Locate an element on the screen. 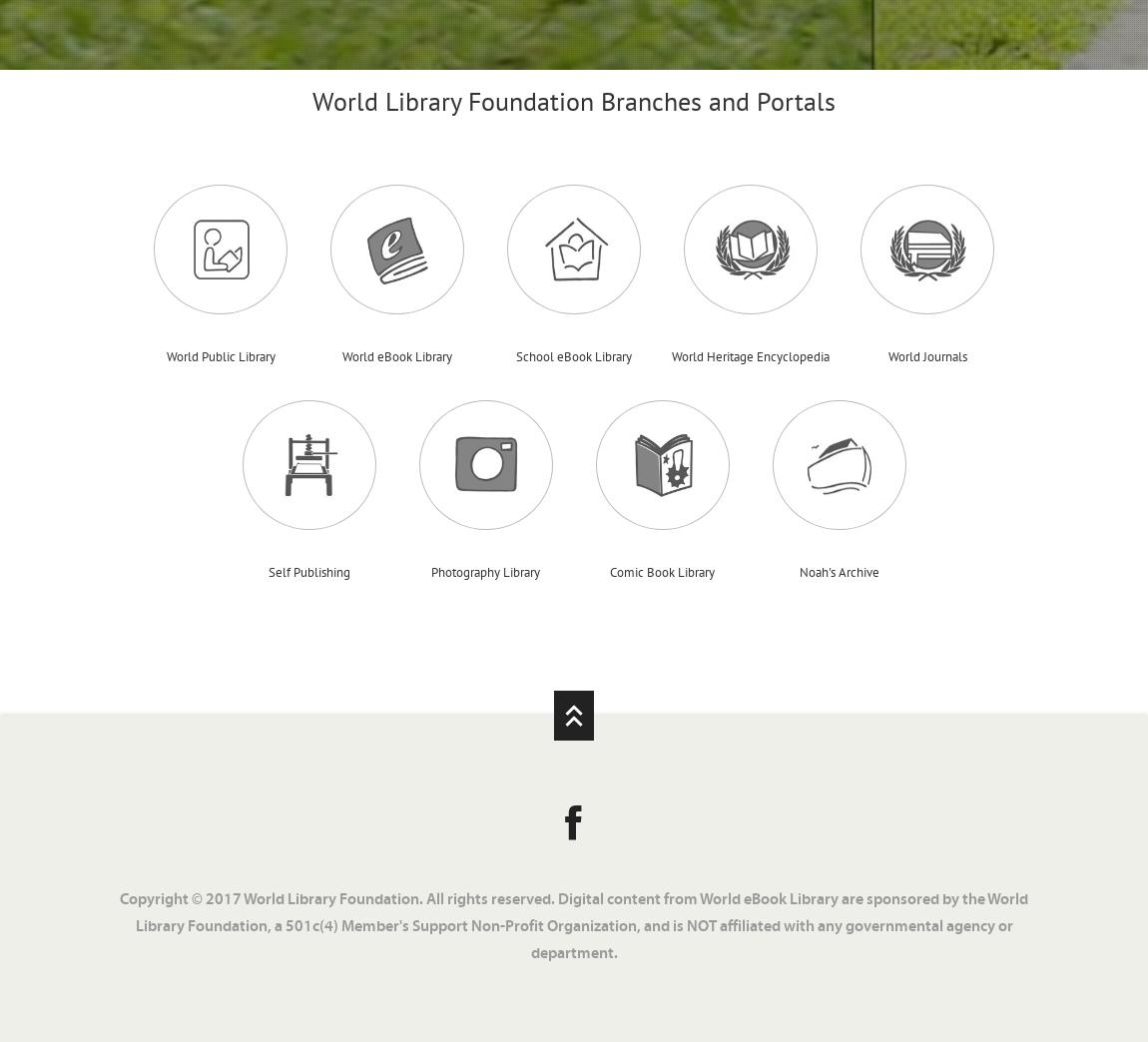  'Self Publishing' is located at coordinates (308, 570).